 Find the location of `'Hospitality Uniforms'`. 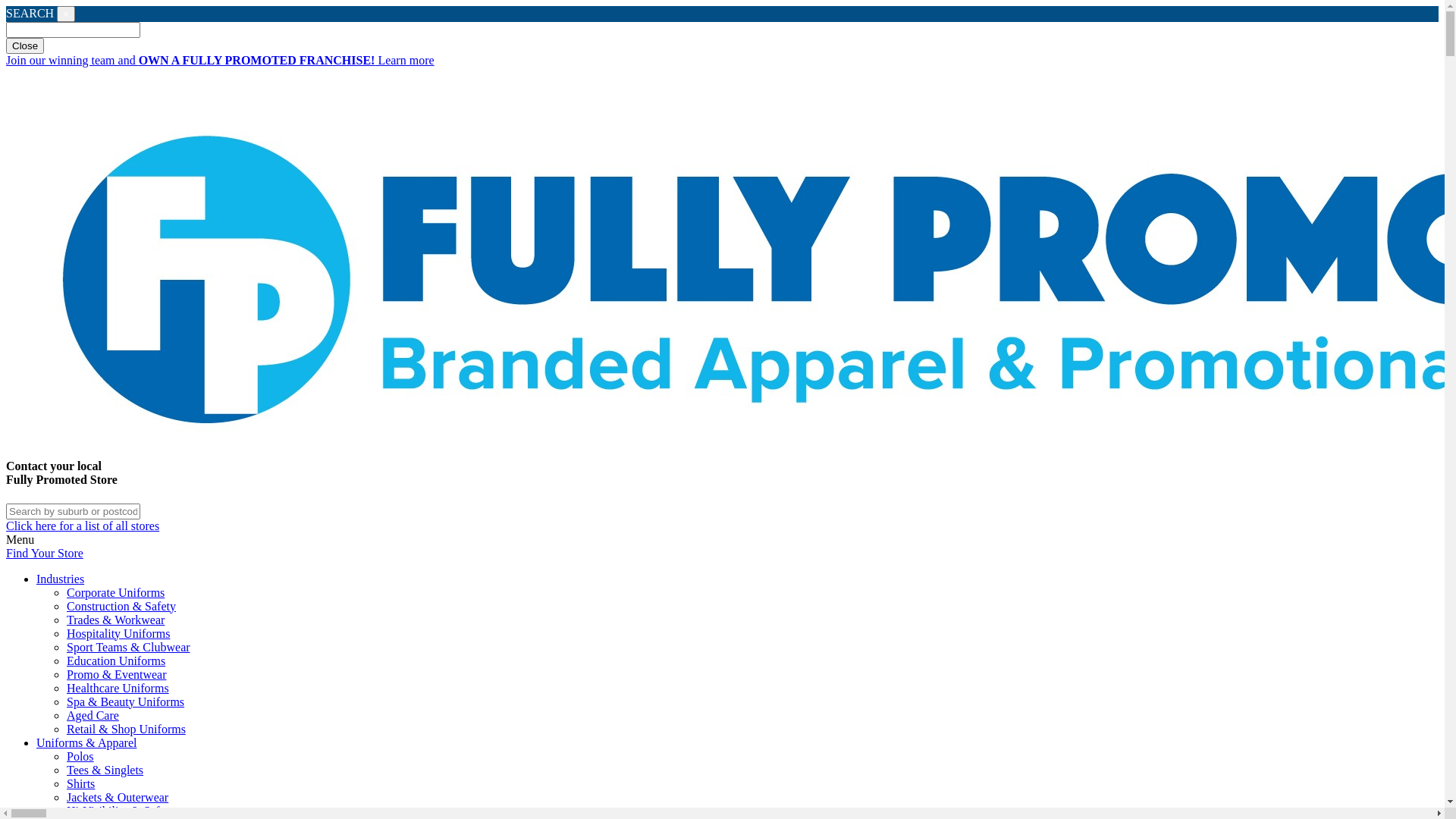

'Hospitality Uniforms' is located at coordinates (118, 633).